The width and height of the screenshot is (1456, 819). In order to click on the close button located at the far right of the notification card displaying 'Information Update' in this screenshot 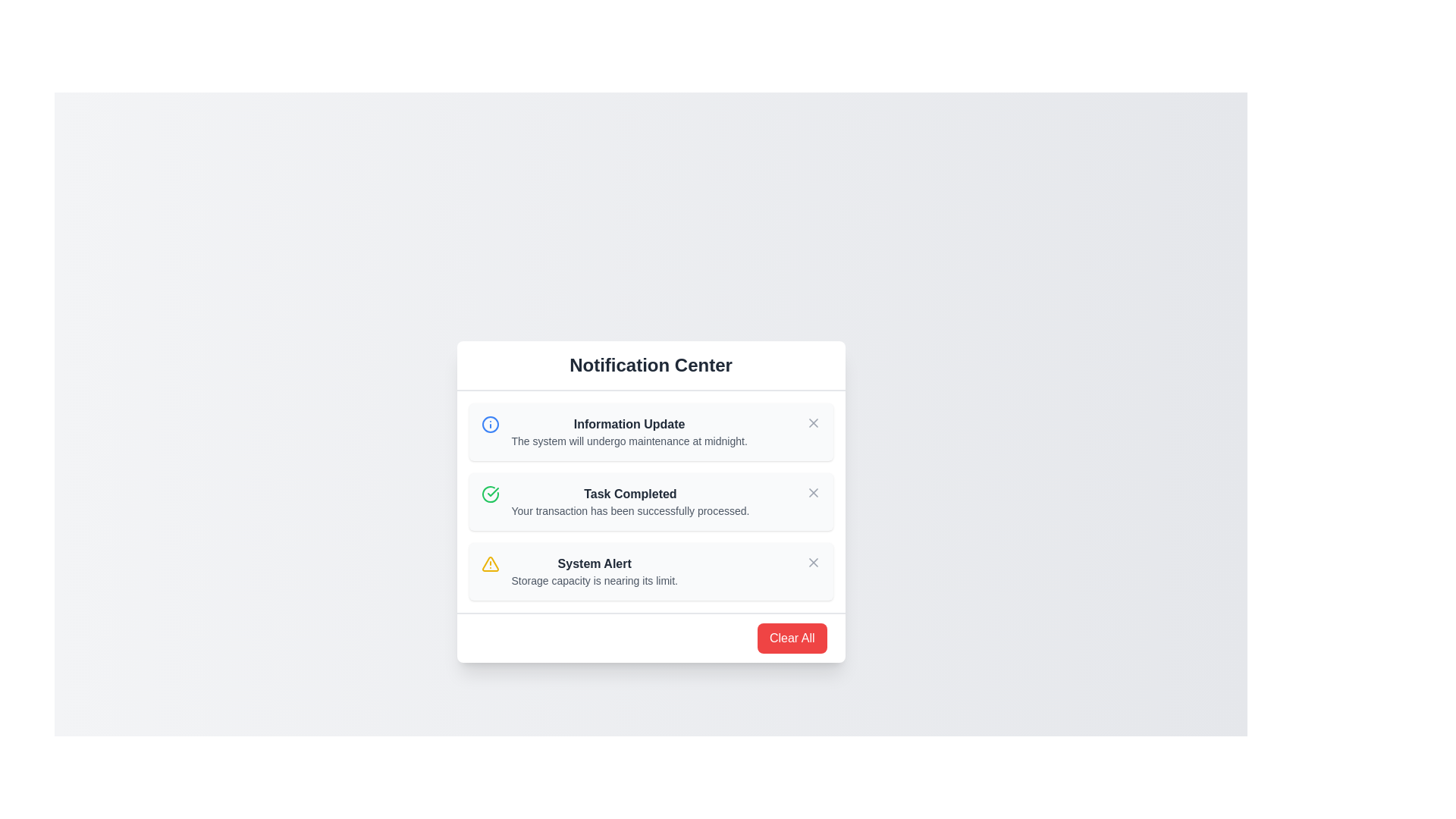, I will do `click(812, 423)`.